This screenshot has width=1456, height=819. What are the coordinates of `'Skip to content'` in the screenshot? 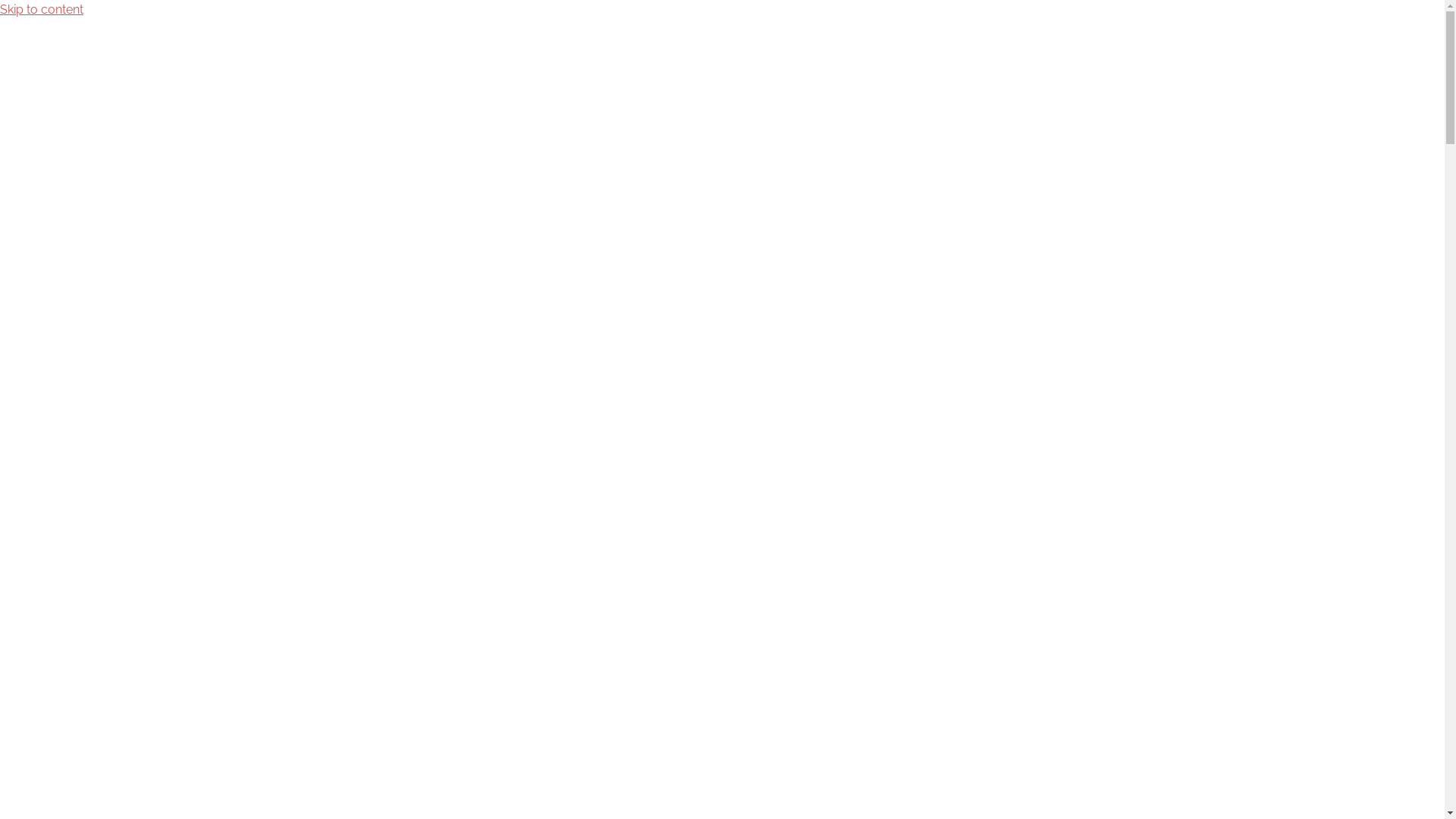 It's located at (41, 9).